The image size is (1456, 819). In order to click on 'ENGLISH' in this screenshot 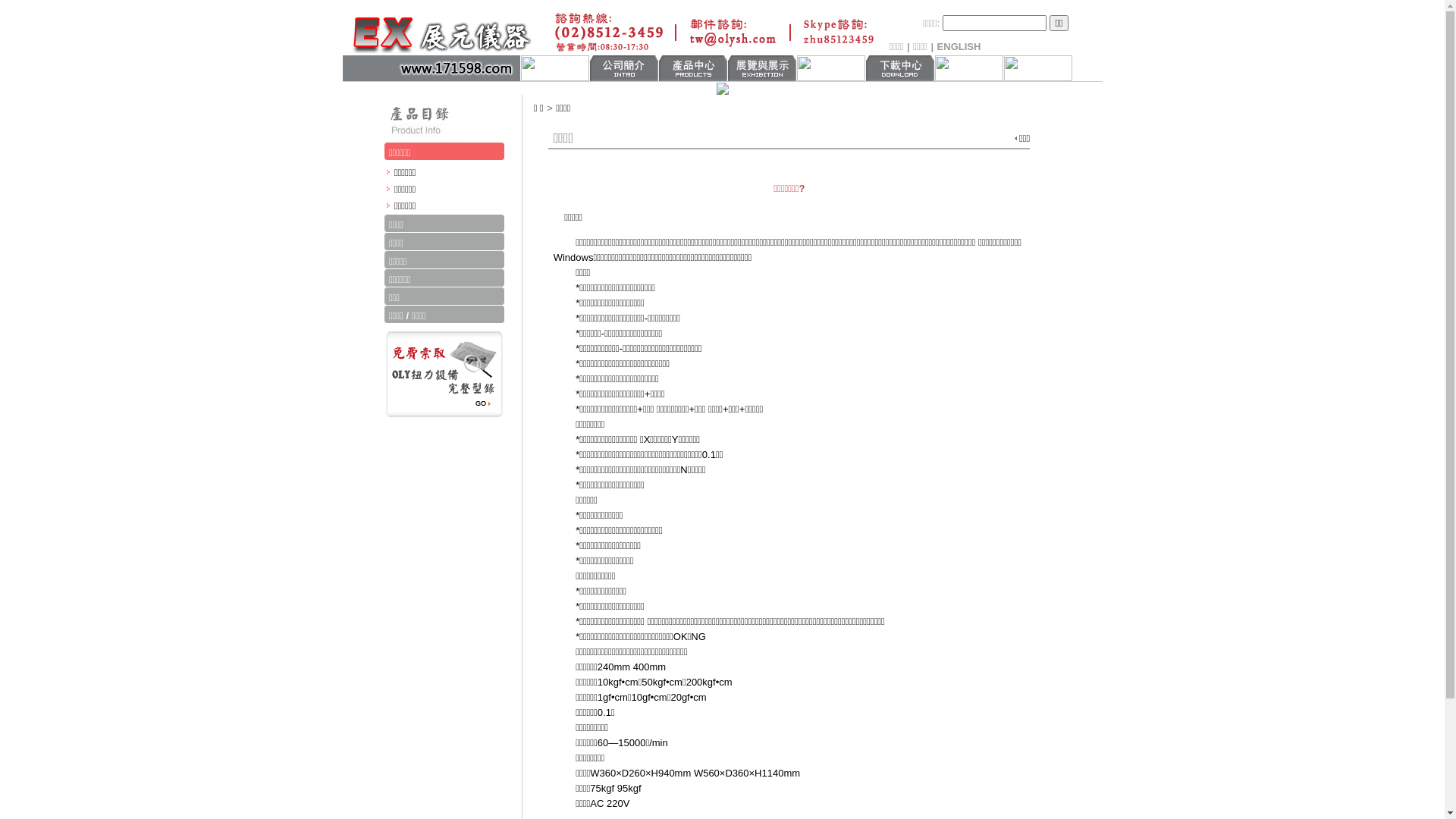, I will do `click(937, 45)`.